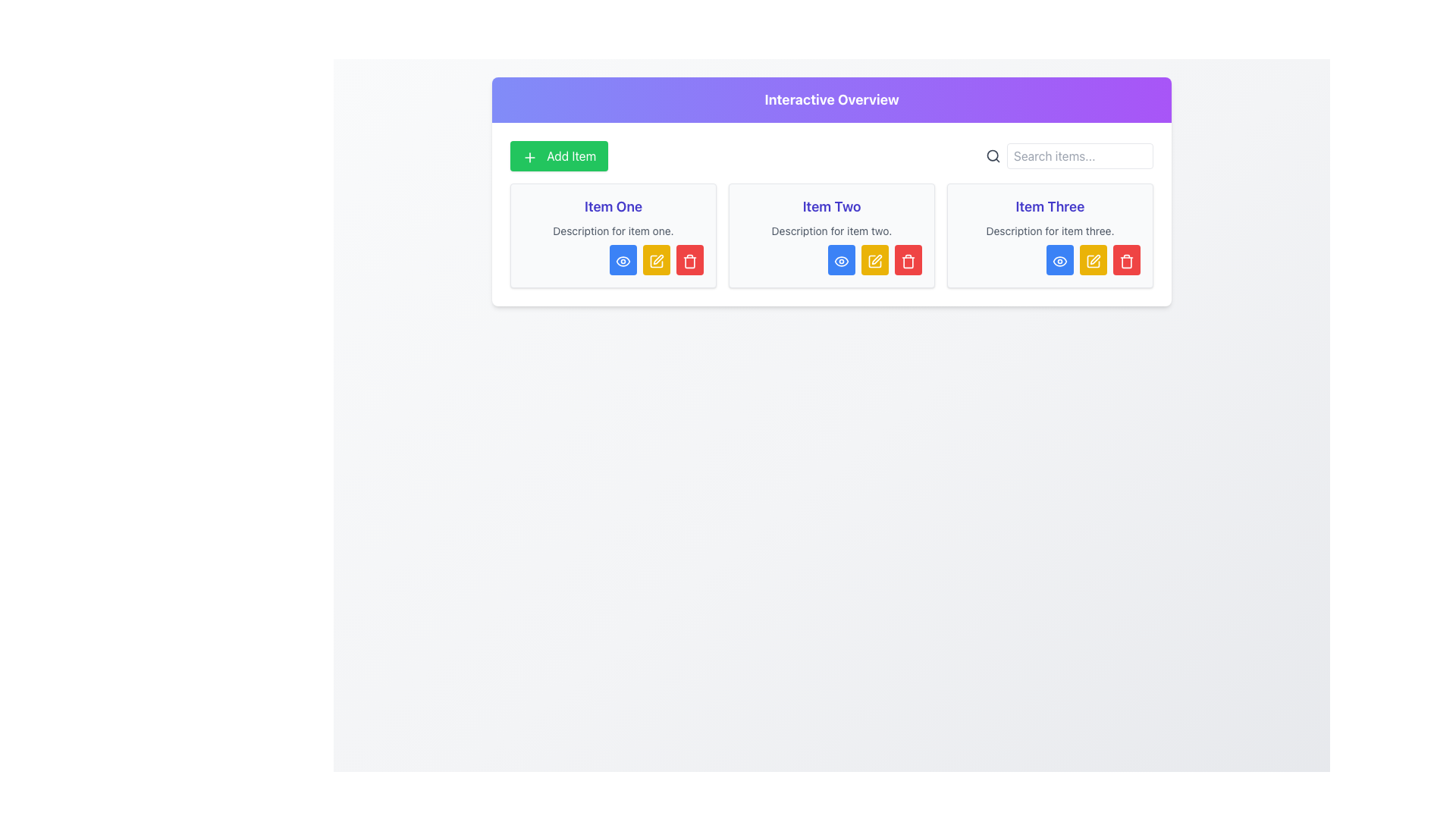 The height and width of the screenshot is (819, 1456). What do you see at coordinates (613, 231) in the screenshot?
I see `the Text Display element that provides information about 'Item One', located within the first card under the 'Interactive Overview' section` at bounding box center [613, 231].